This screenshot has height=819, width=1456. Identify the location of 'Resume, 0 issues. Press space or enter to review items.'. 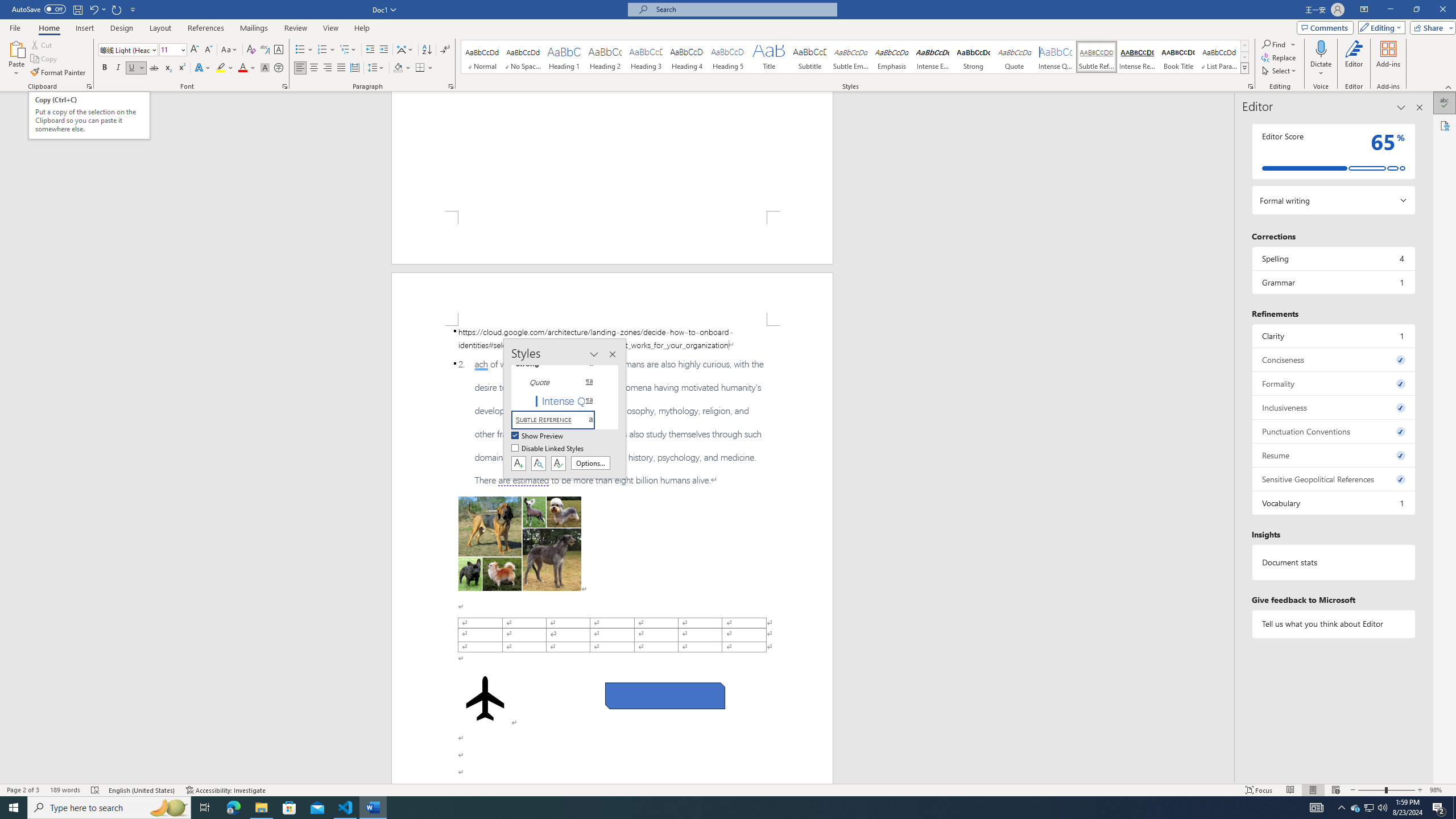
(1333, 455).